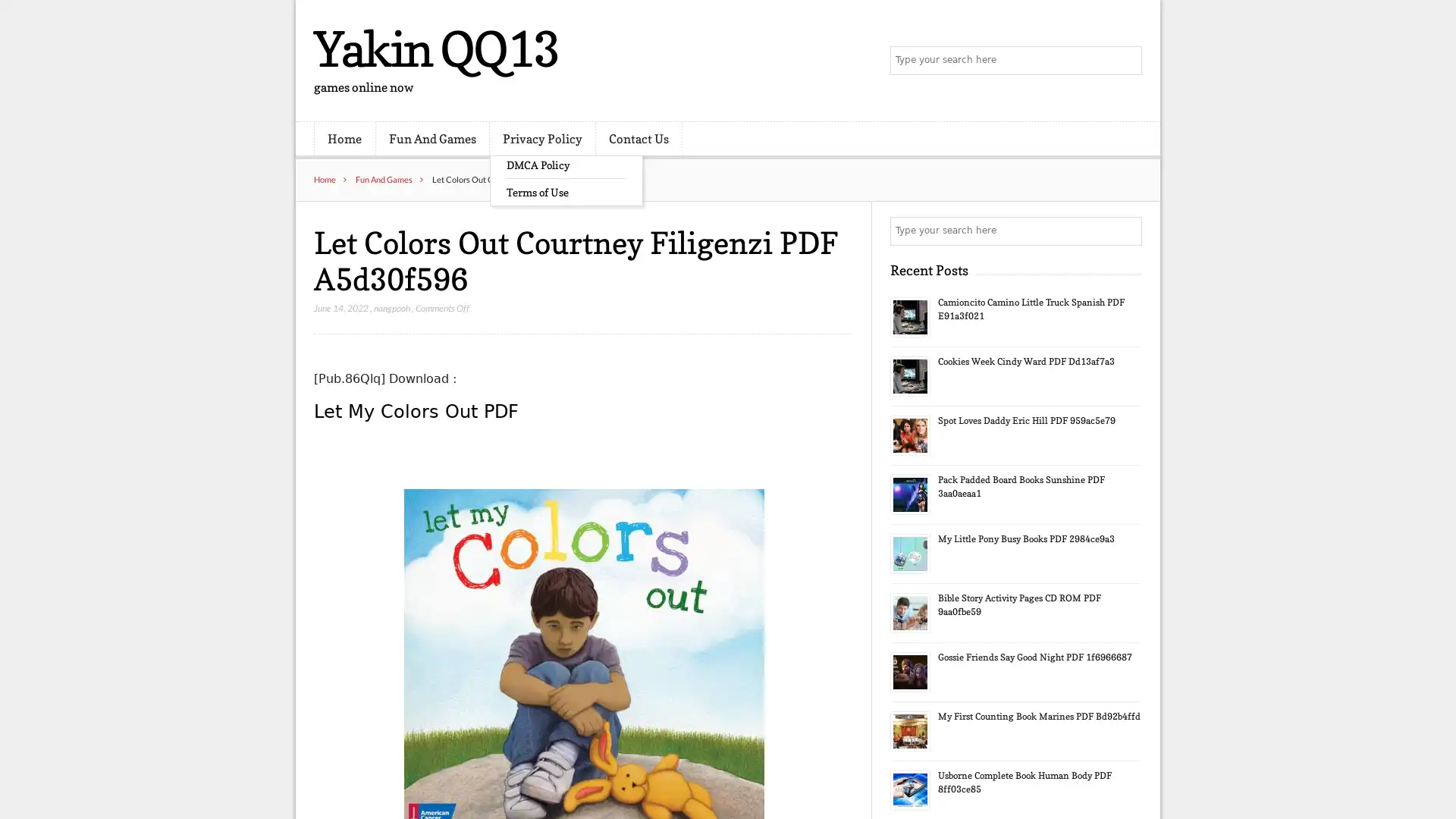 The height and width of the screenshot is (819, 1456). What do you see at coordinates (1126, 61) in the screenshot?
I see `Search` at bounding box center [1126, 61].